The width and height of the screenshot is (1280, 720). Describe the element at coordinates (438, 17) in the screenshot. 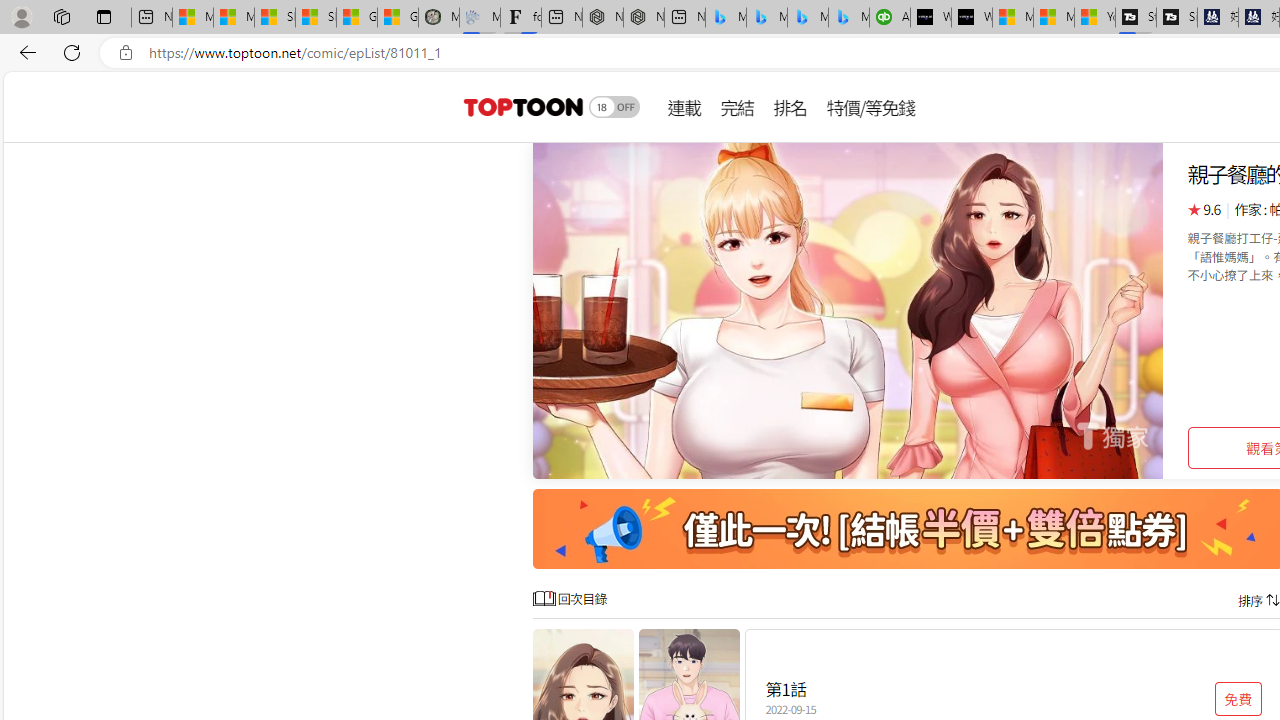

I see `'Manatee Mortality Statistics | FWC'` at that location.